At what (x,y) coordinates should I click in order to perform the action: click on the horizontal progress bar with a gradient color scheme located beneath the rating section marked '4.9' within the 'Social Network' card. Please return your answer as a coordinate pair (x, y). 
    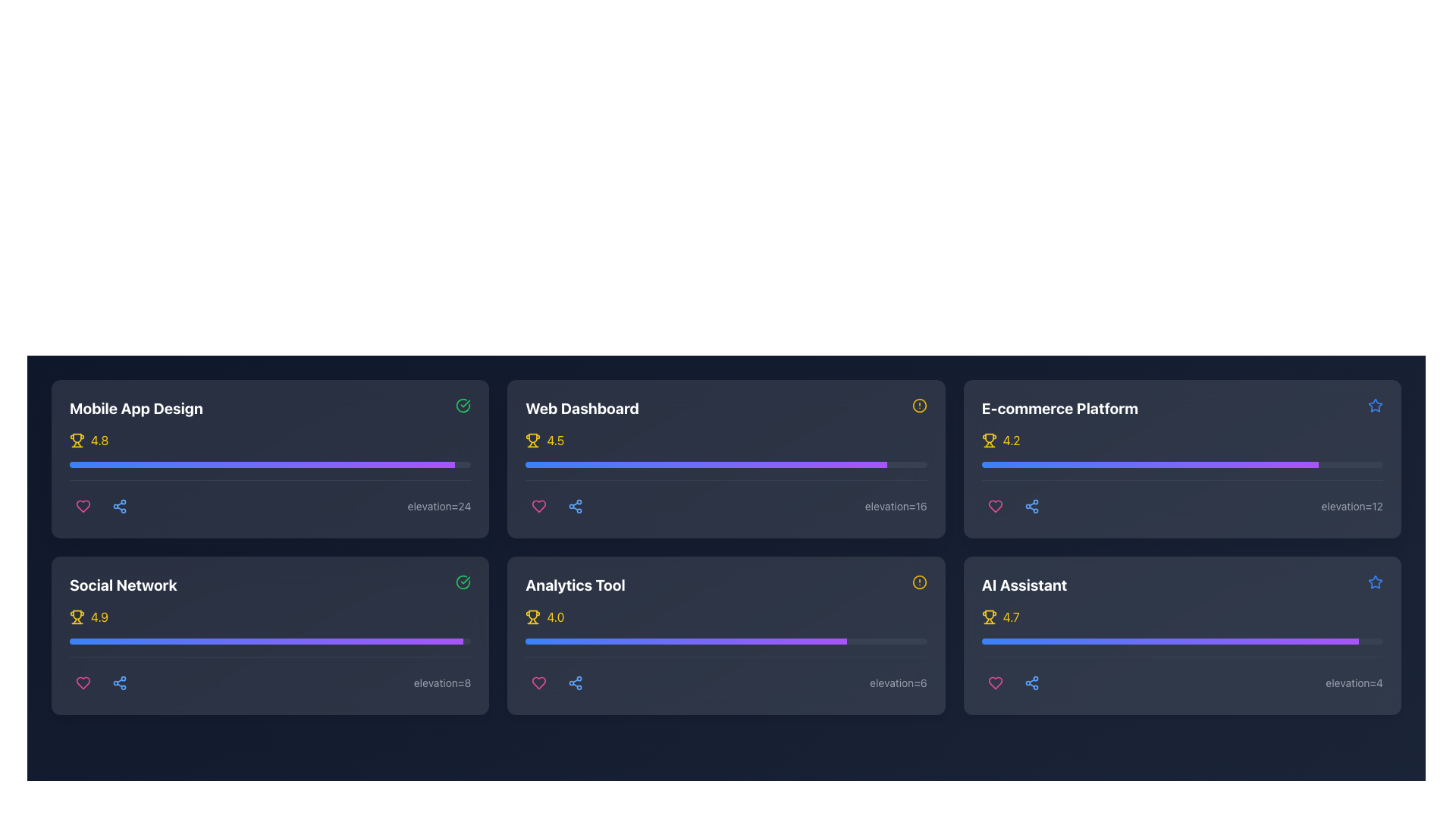
    Looking at the image, I should click on (270, 641).